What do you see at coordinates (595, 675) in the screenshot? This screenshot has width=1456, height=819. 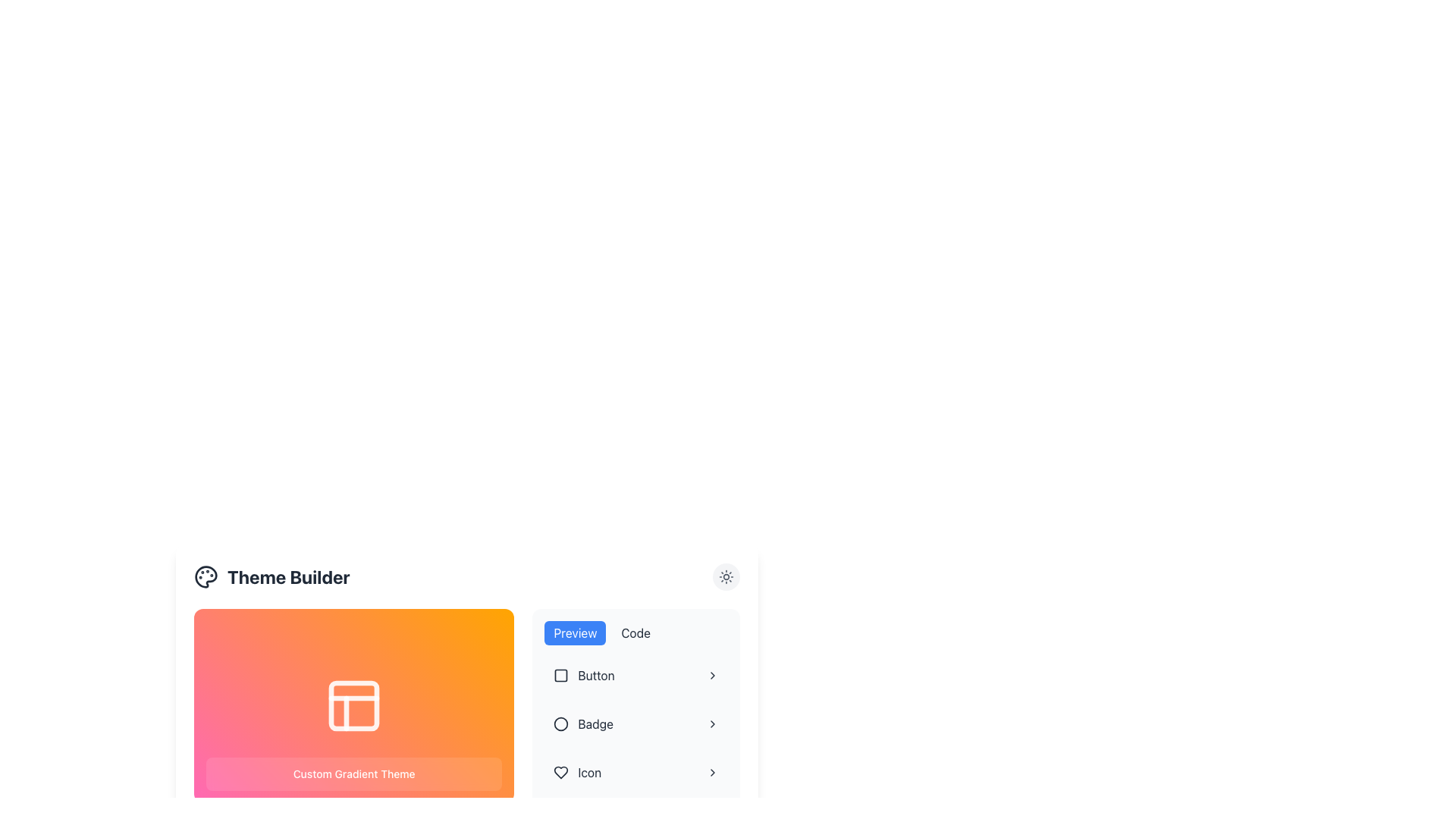 I see `the descriptive label text element located between a checkbox on the left and a right-pointing arrow icon on the right` at bounding box center [595, 675].